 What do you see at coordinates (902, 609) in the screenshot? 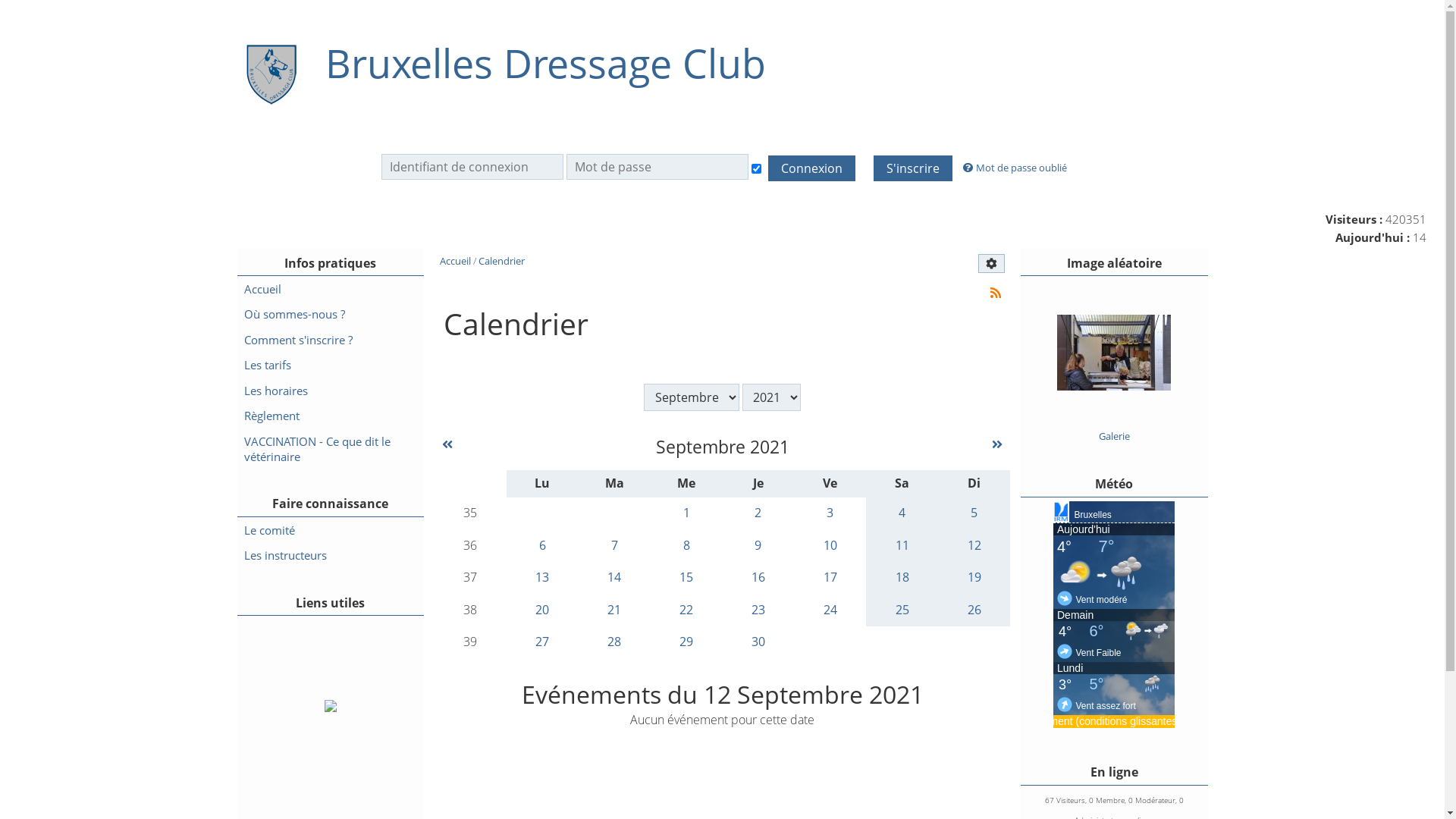
I see `'25'` at bounding box center [902, 609].